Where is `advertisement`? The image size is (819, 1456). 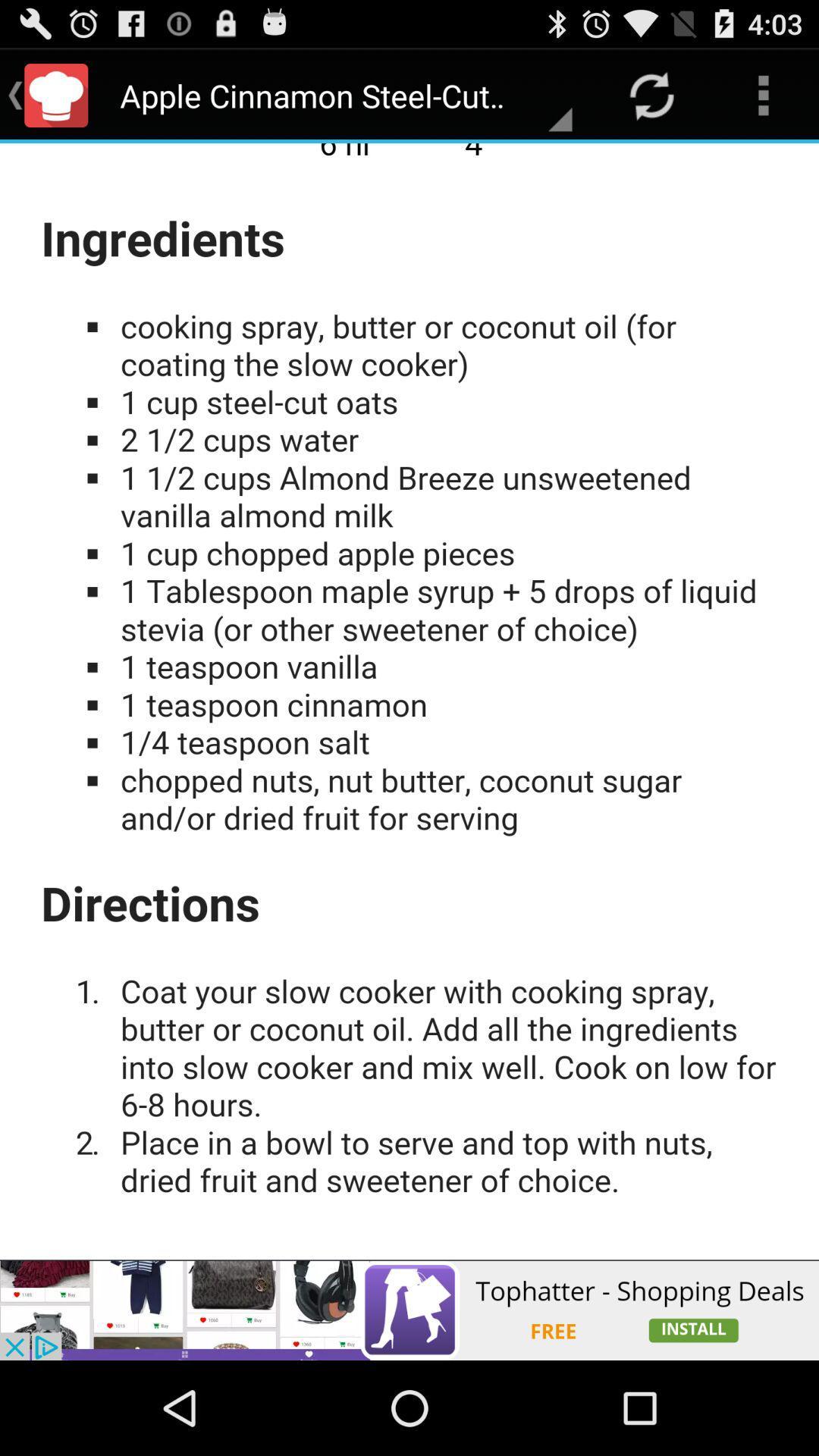 advertisement is located at coordinates (409, 1310).